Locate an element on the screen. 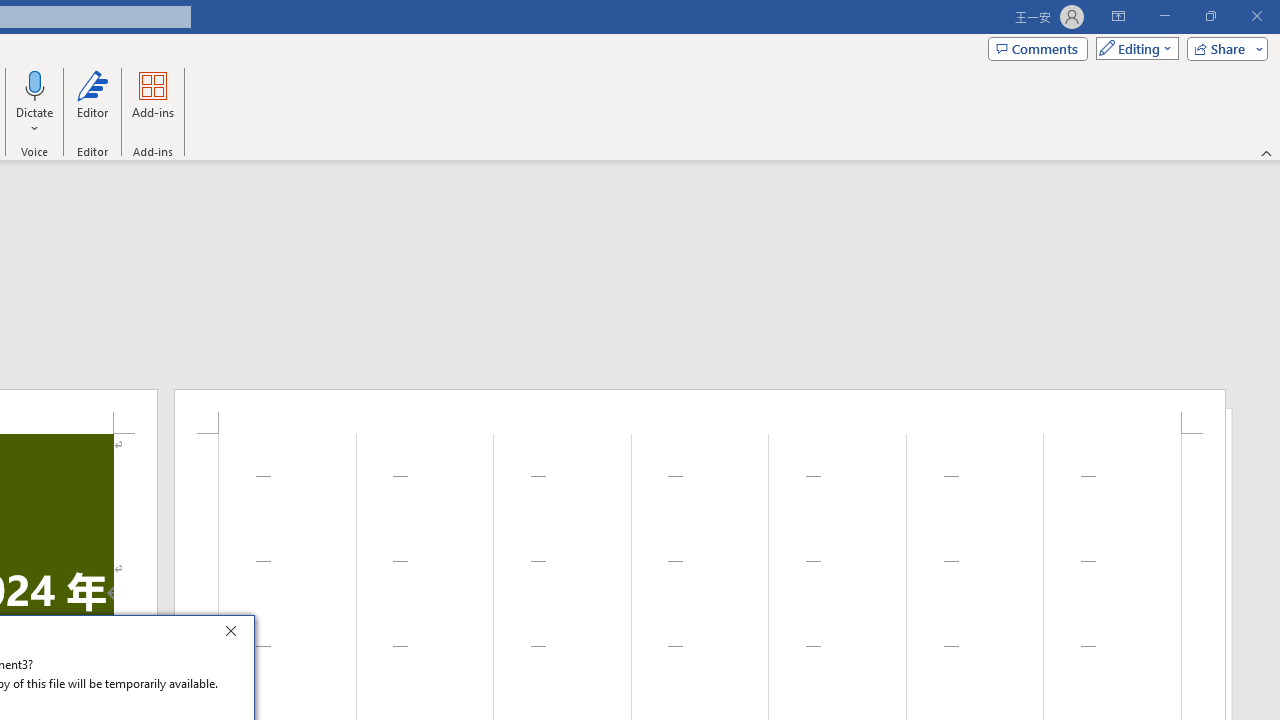 The image size is (1280, 720). 'Restore Down' is located at coordinates (1209, 16).